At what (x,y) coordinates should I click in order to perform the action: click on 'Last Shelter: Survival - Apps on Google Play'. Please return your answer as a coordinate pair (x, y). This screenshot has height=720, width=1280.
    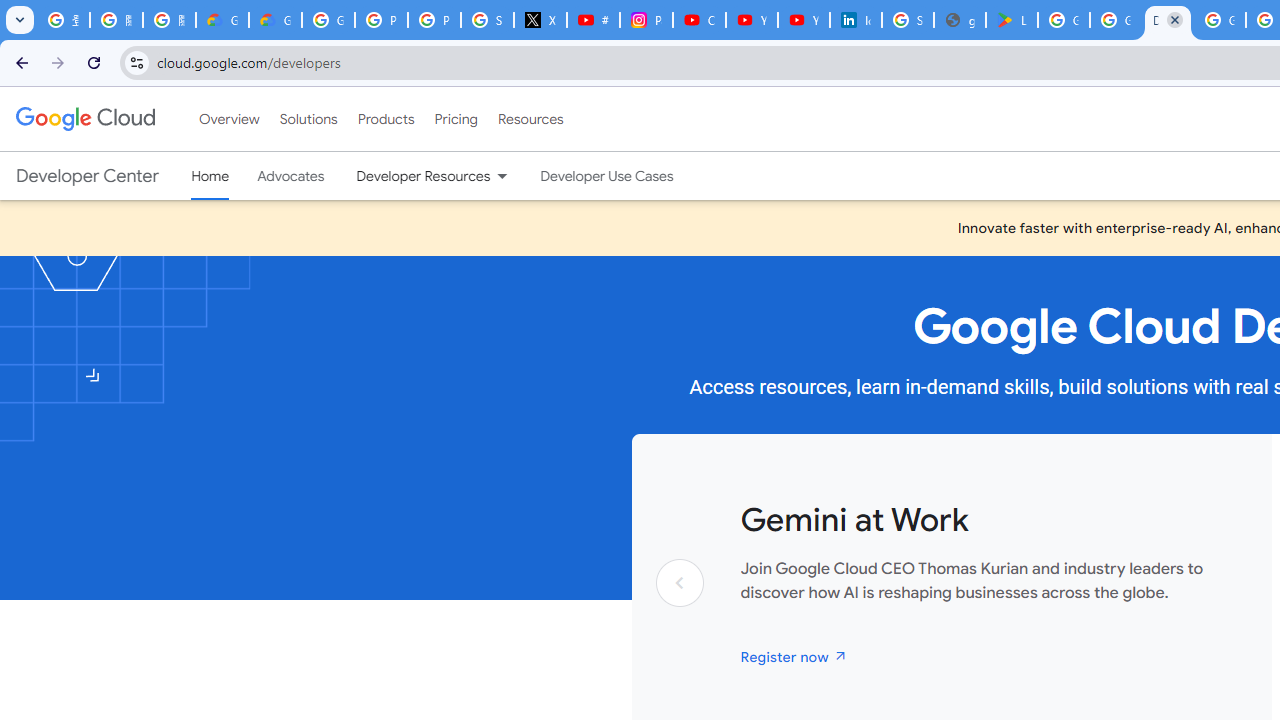
    Looking at the image, I should click on (1011, 20).